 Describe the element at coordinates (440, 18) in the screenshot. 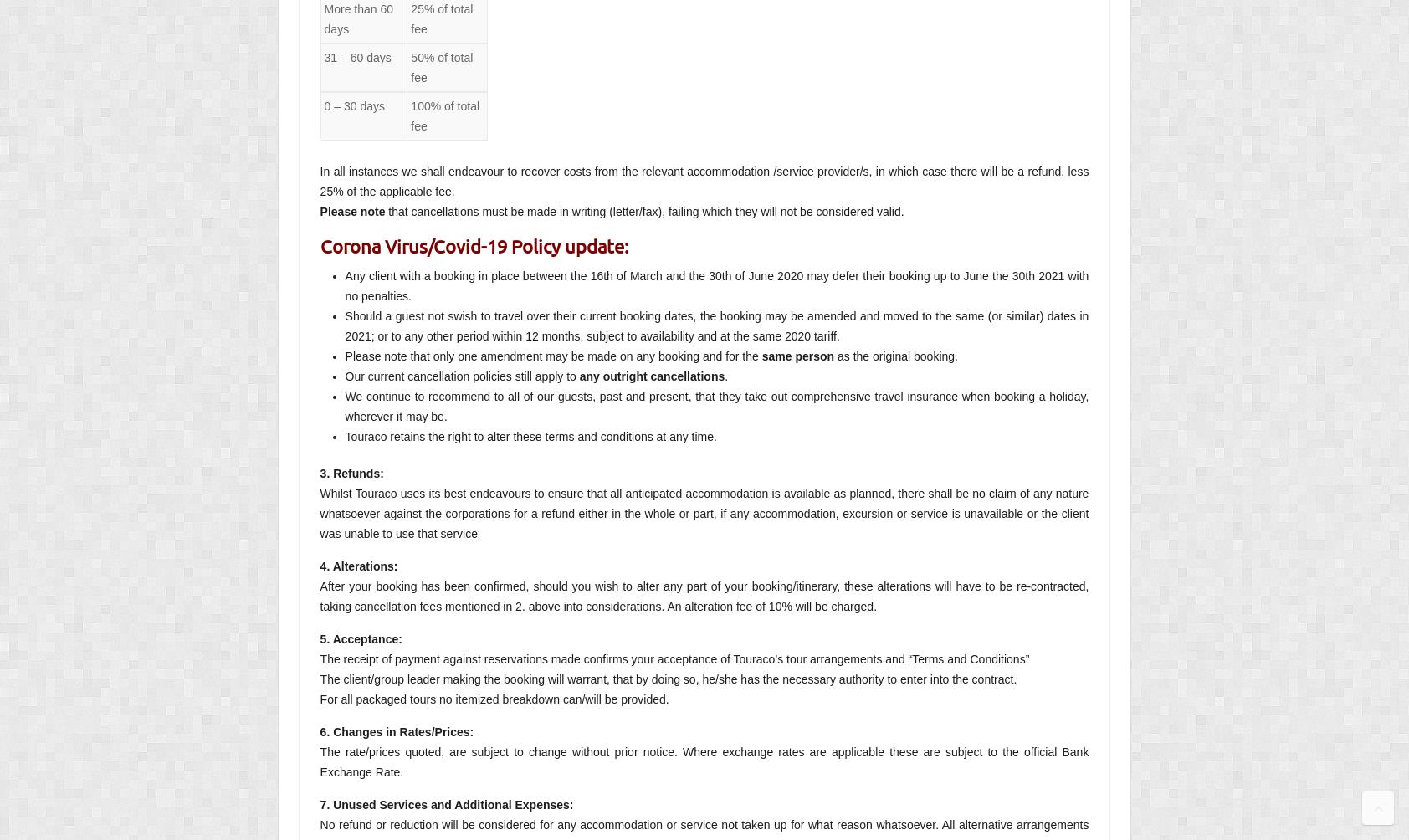

I see `'25% of total fee'` at that location.